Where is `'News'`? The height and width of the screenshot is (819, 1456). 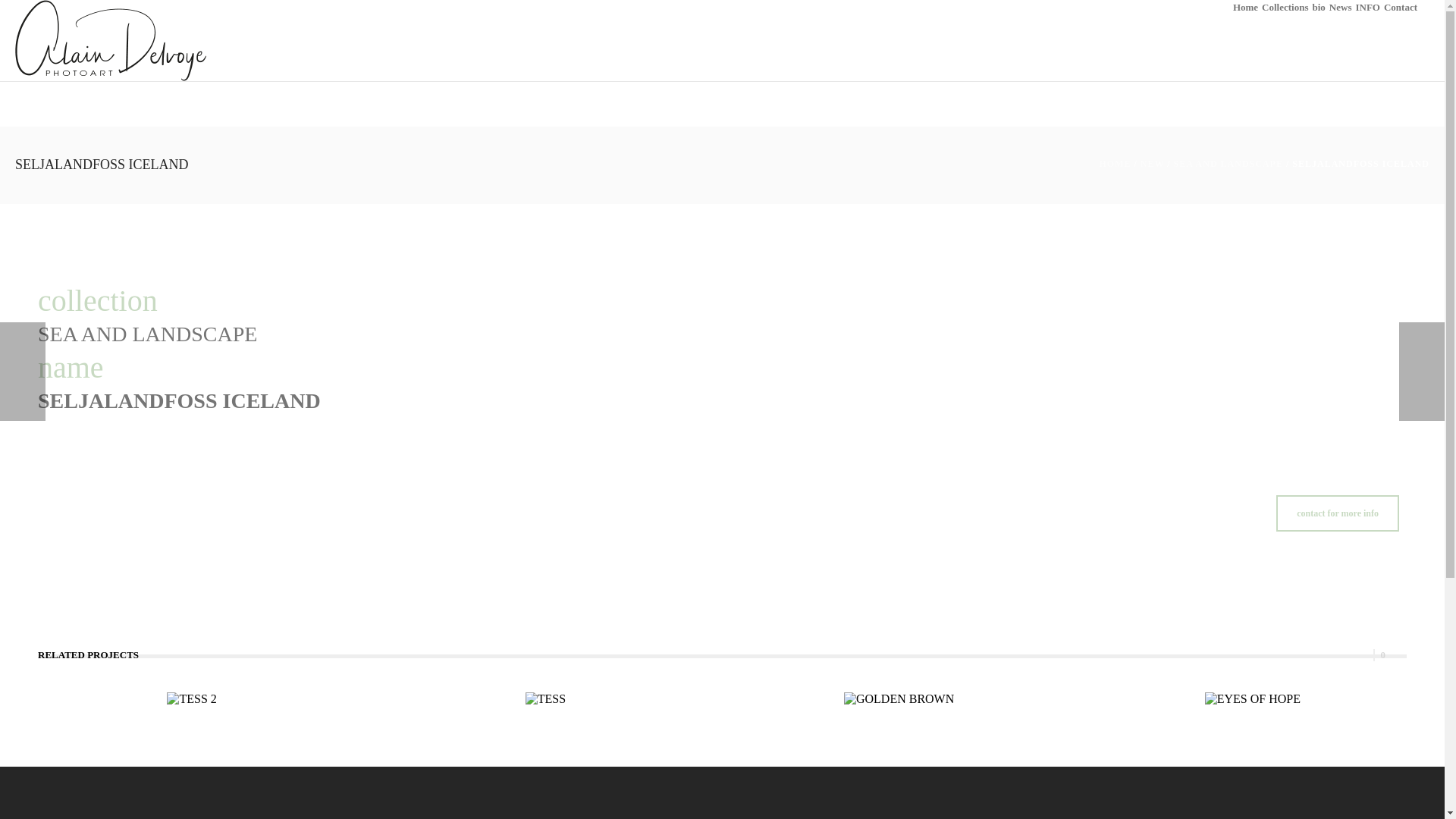
'News' is located at coordinates (1340, 8).